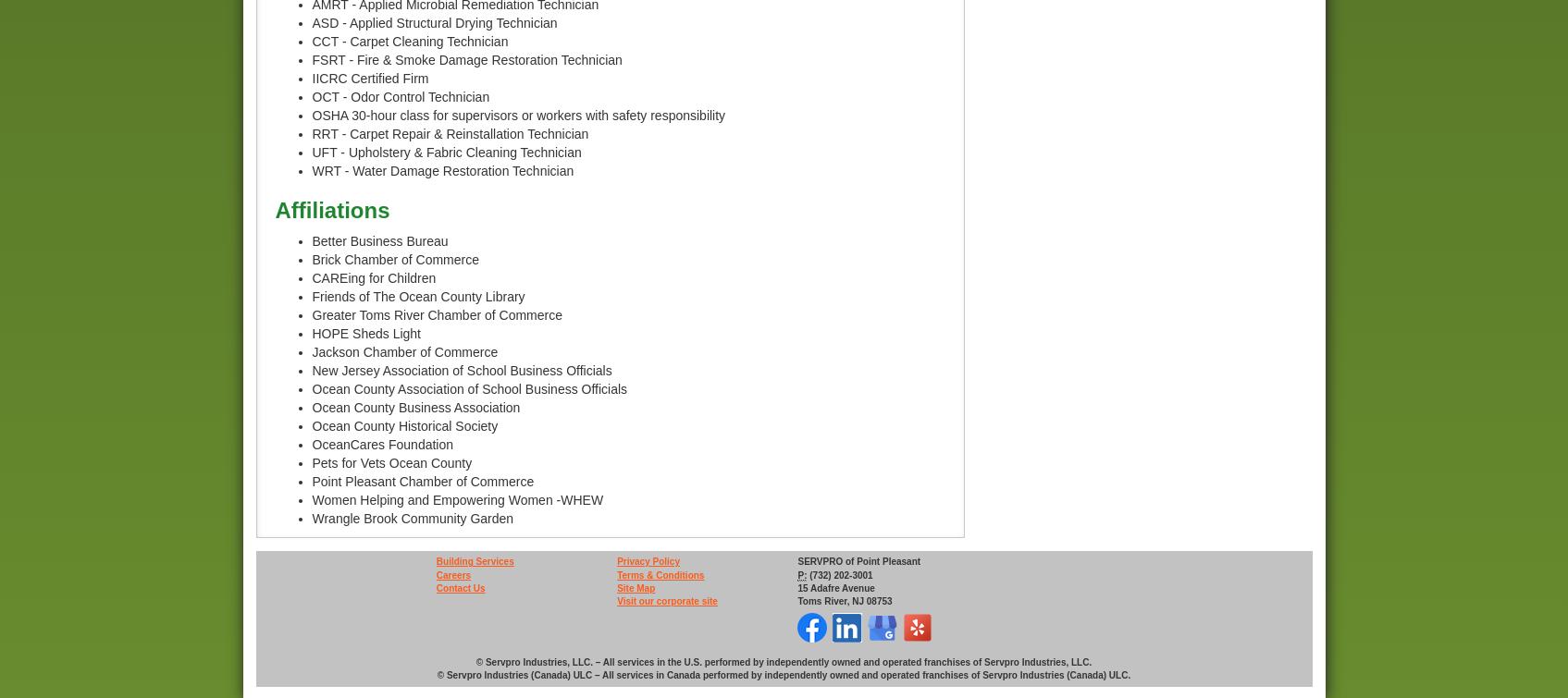 The height and width of the screenshot is (698, 1568). I want to click on 'HOPE Sheds Light', so click(365, 333).